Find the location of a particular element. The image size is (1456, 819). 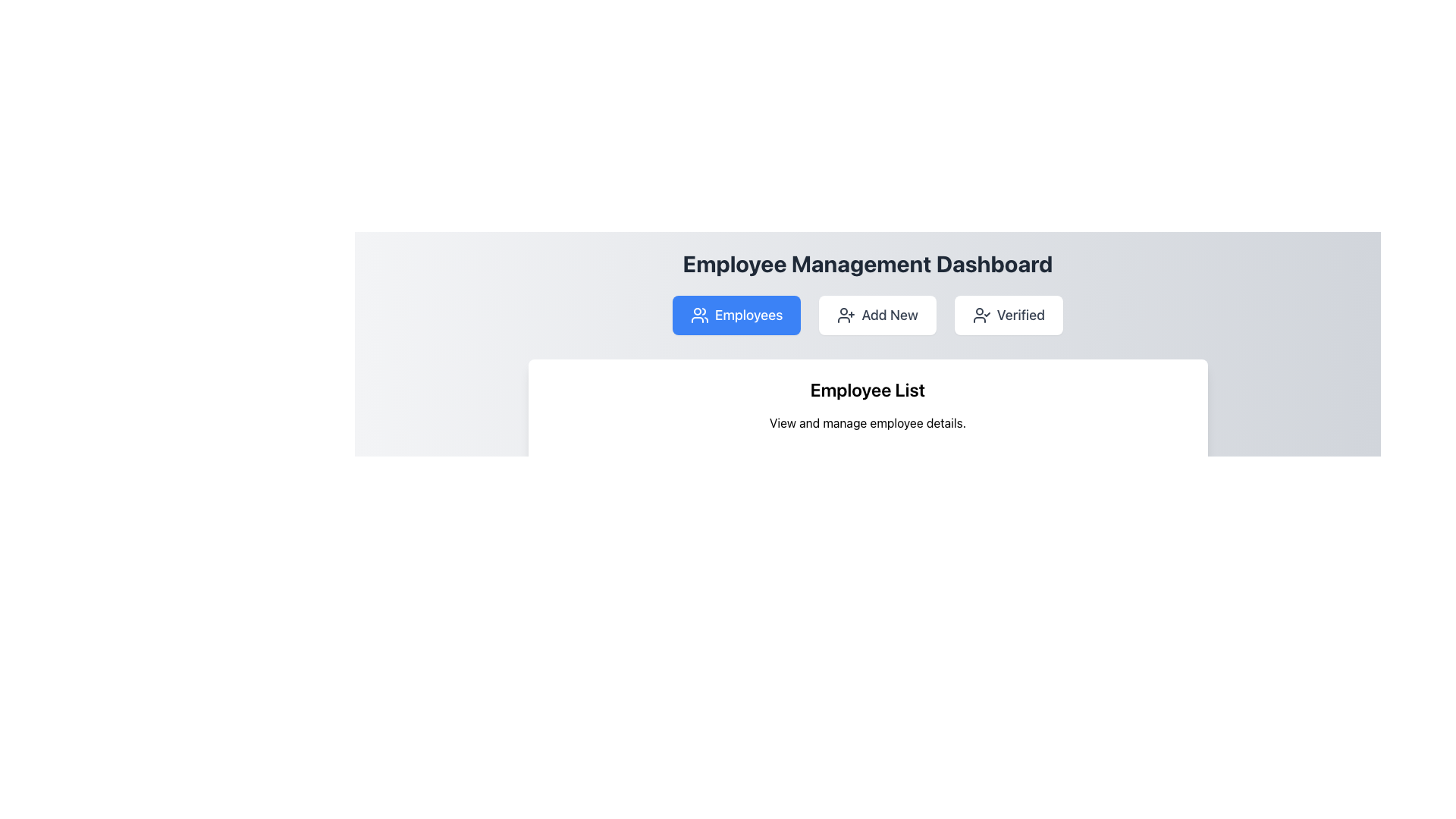

the 'Verified' button, which has a user icon and checkmark, styled with a white background and gray text, located in the Employee Management Dashboard is located at coordinates (1008, 315).